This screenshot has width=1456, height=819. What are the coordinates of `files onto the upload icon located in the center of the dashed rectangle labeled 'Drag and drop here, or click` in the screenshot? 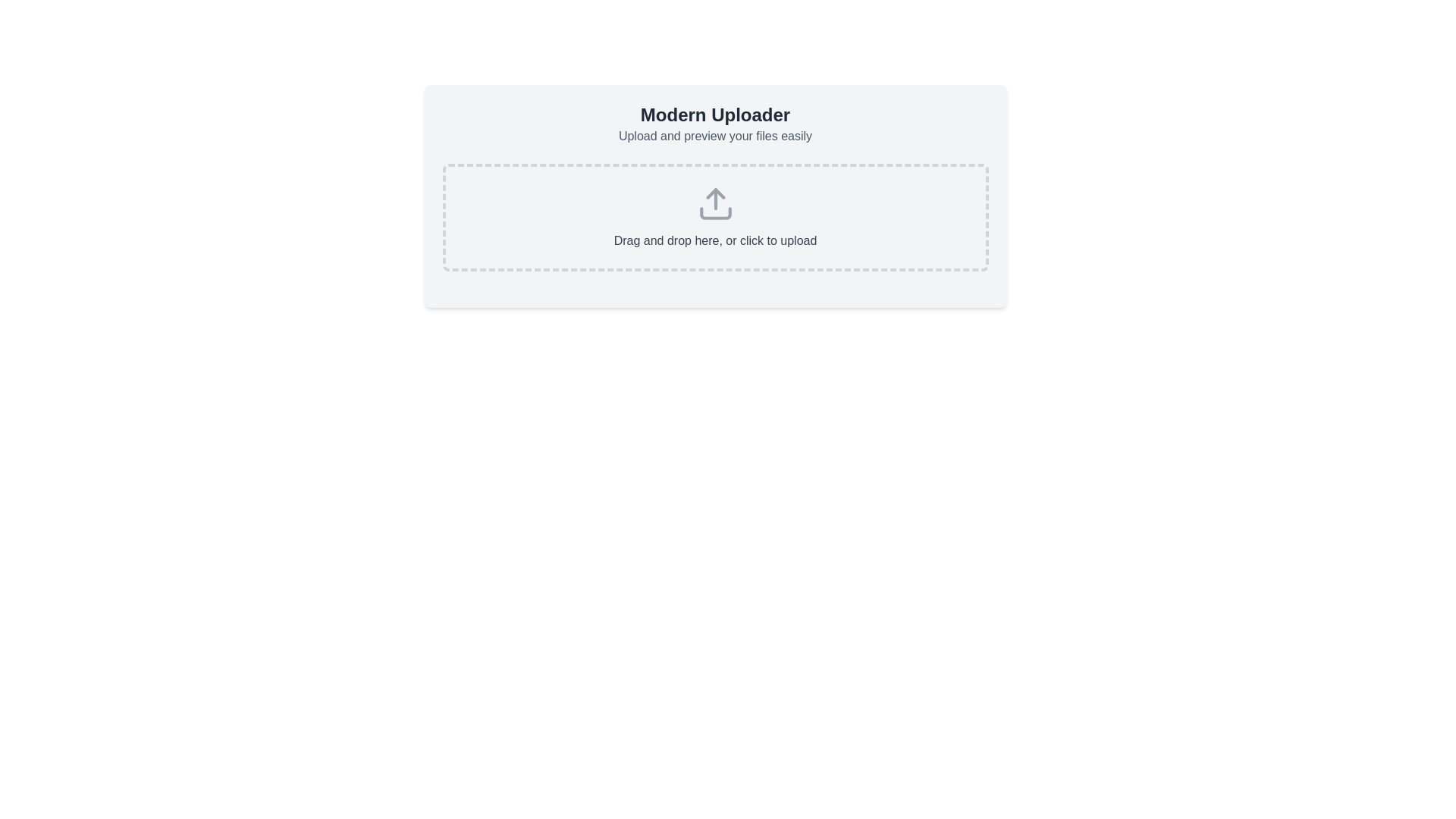 It's located at (714, 203).